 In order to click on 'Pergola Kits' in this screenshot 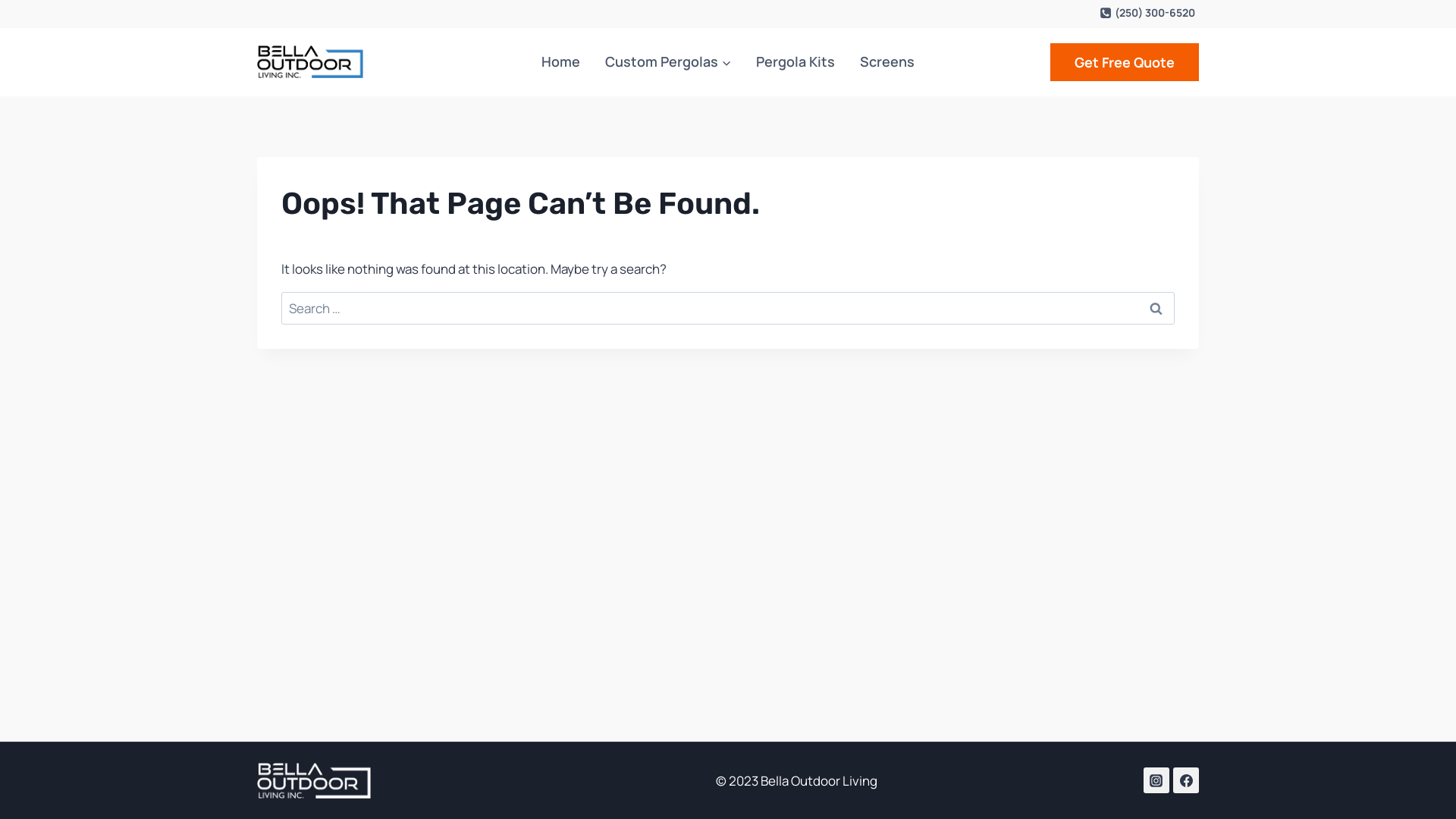, I will do `click(795, 61)`.